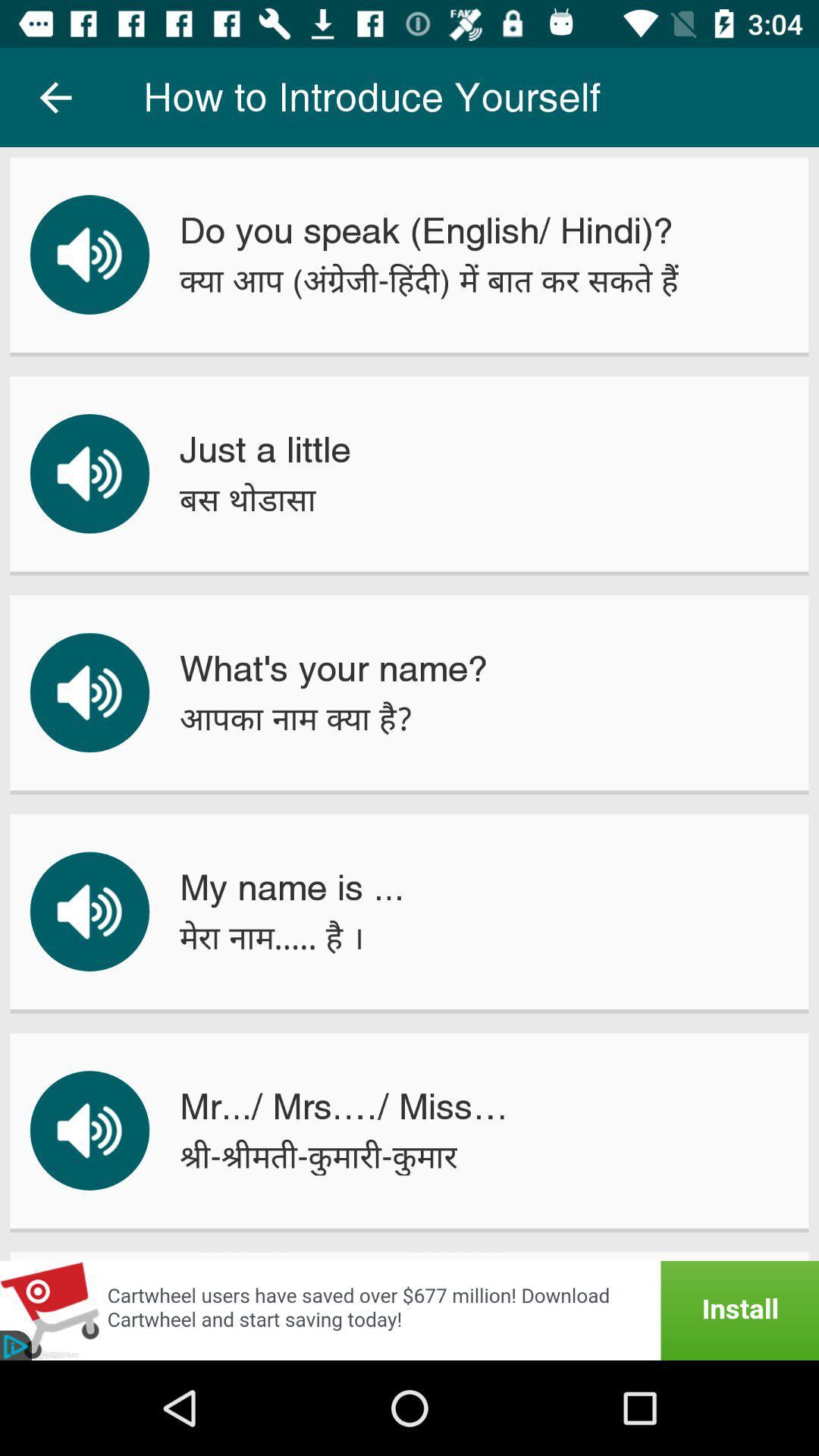  I want to click on the icon below the just a little item, so click(247, 500).